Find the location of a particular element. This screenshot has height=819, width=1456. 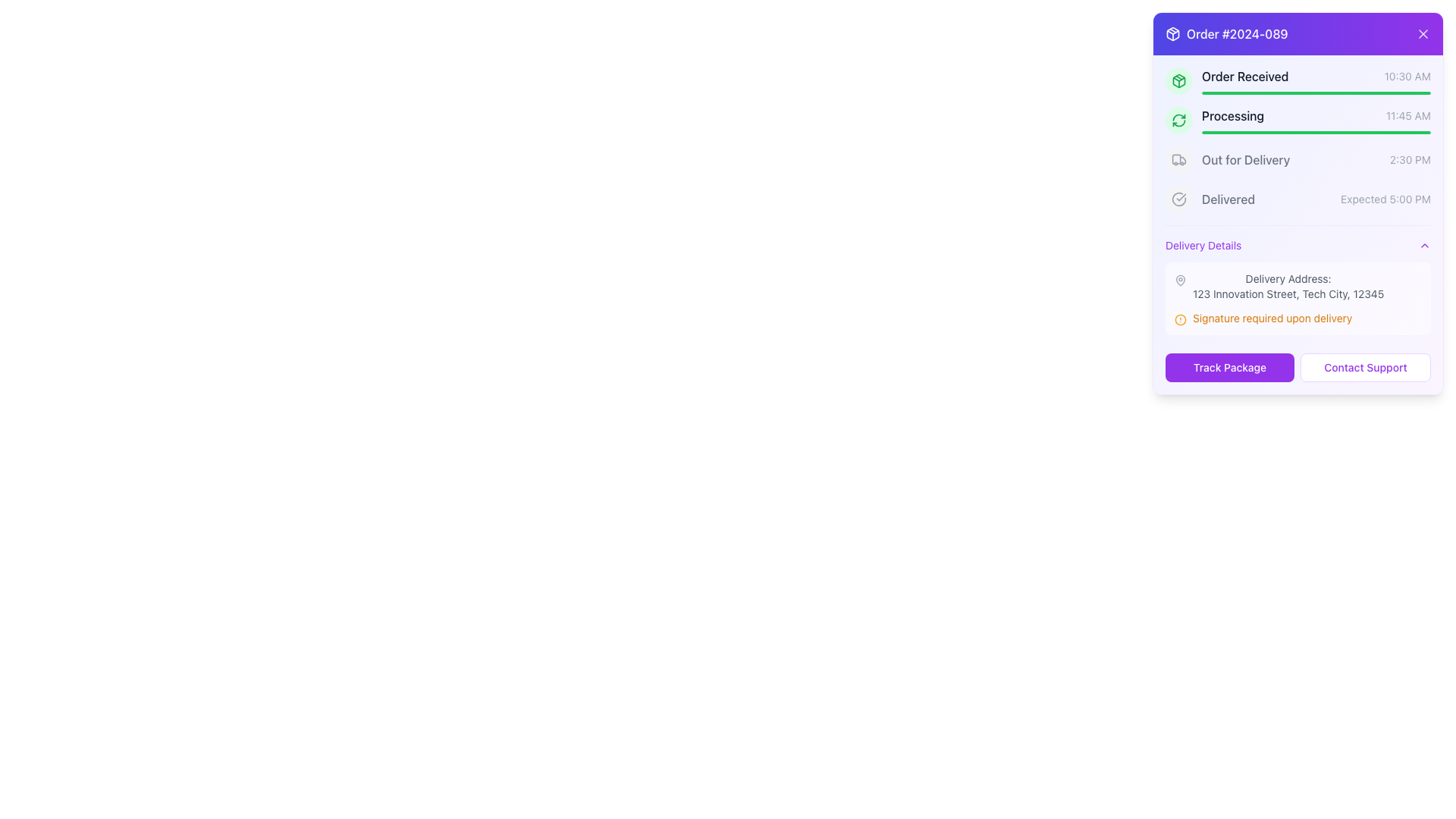

the polygonal-like icon styled as a package or box located in the header section of the panel, positioned to the left of the text 'Order #2024-089' is located at coordinates (1178, 81).